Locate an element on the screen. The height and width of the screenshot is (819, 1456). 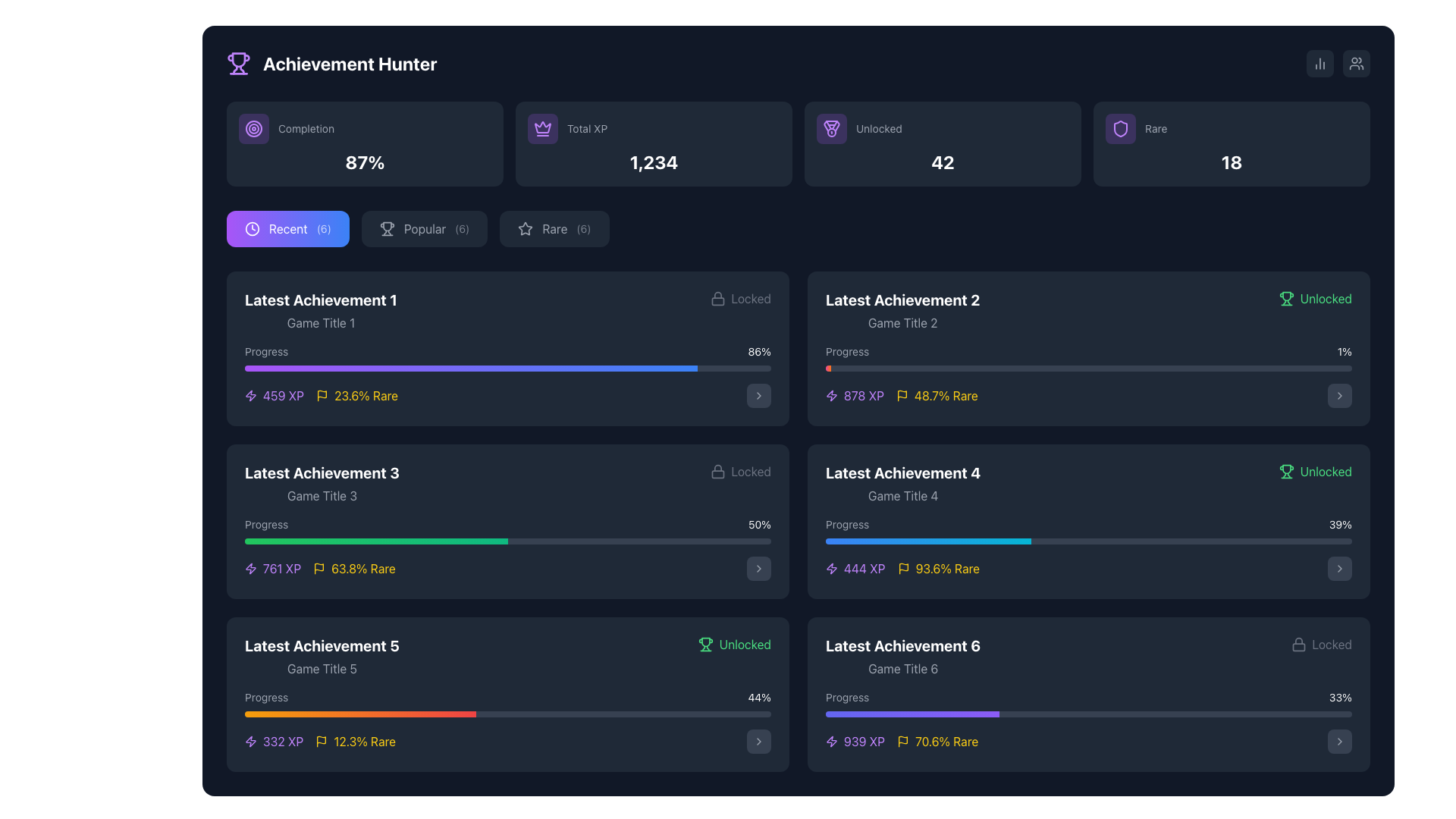
the bottom rectangular segment of the lock icon representing the 'locked' status within the 'Latest Achievement 6' widget is located at coordinates (1298, 647).